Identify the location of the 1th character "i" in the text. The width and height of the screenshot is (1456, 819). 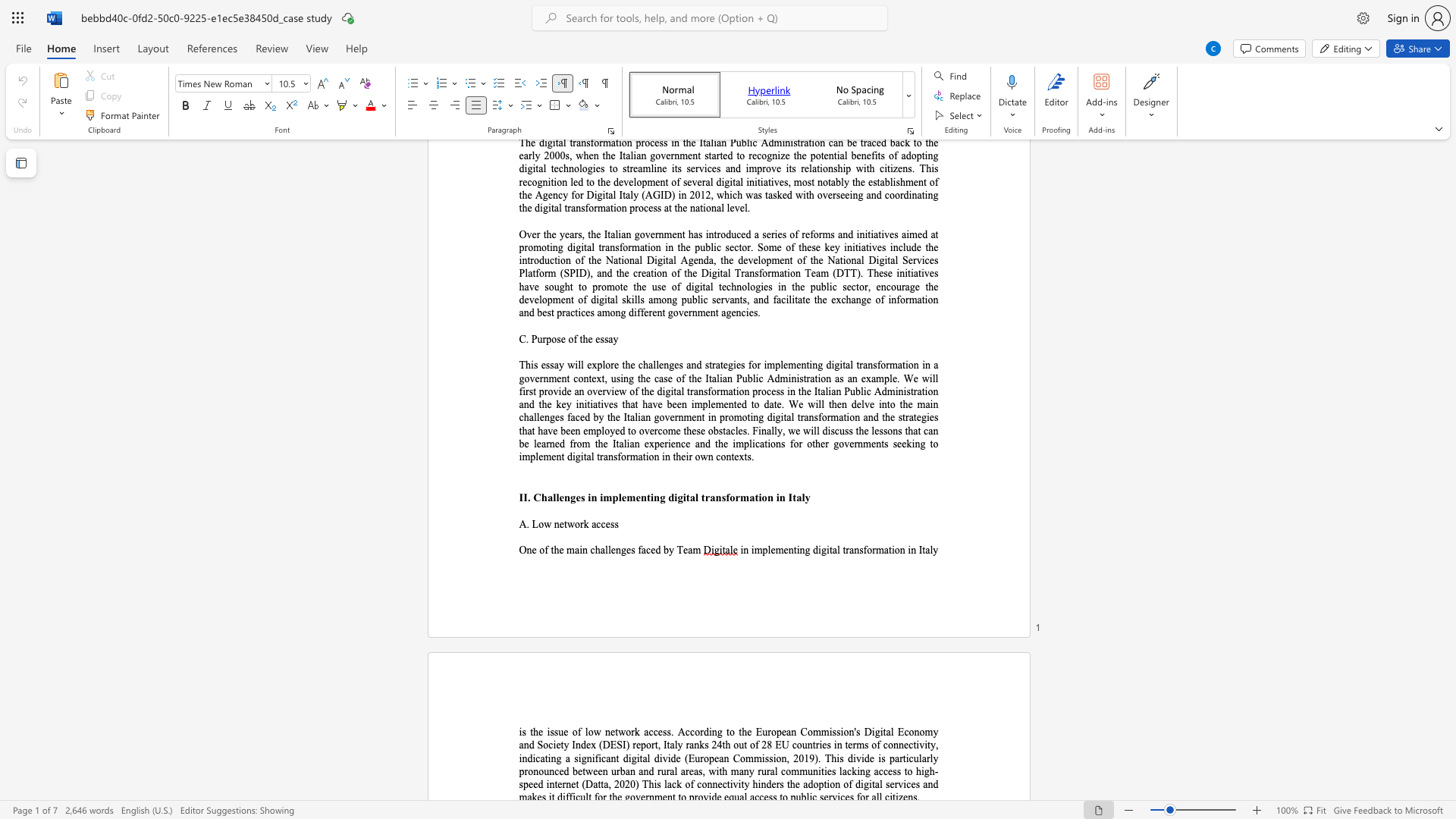
(520, 758).